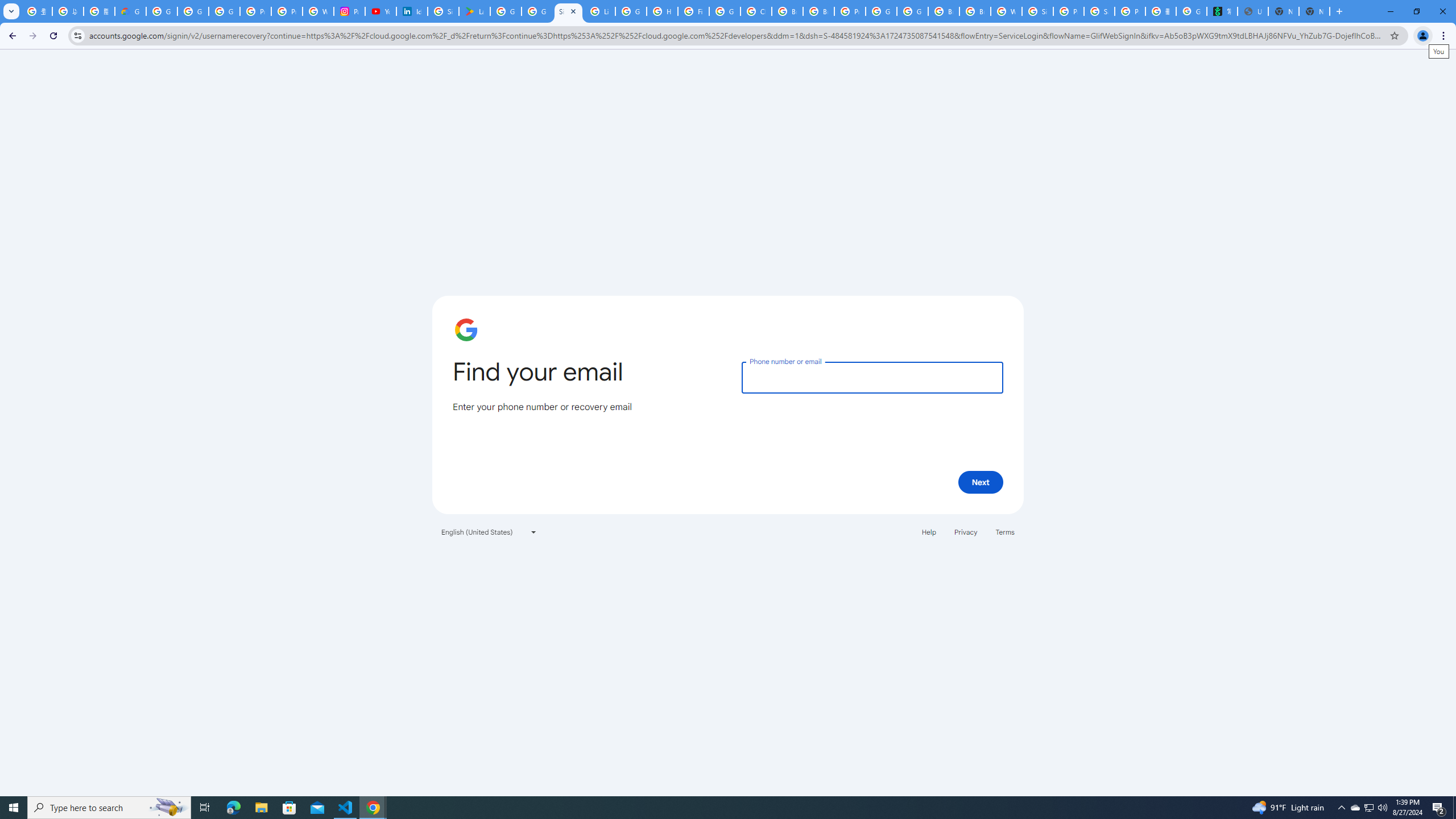 The height and width of the screenshot is (819, 1456). Describe the element at coordinates (661, 11) in the screenshot. I see `'How do I create a new Google Account? - Google Account Help'` at that location.